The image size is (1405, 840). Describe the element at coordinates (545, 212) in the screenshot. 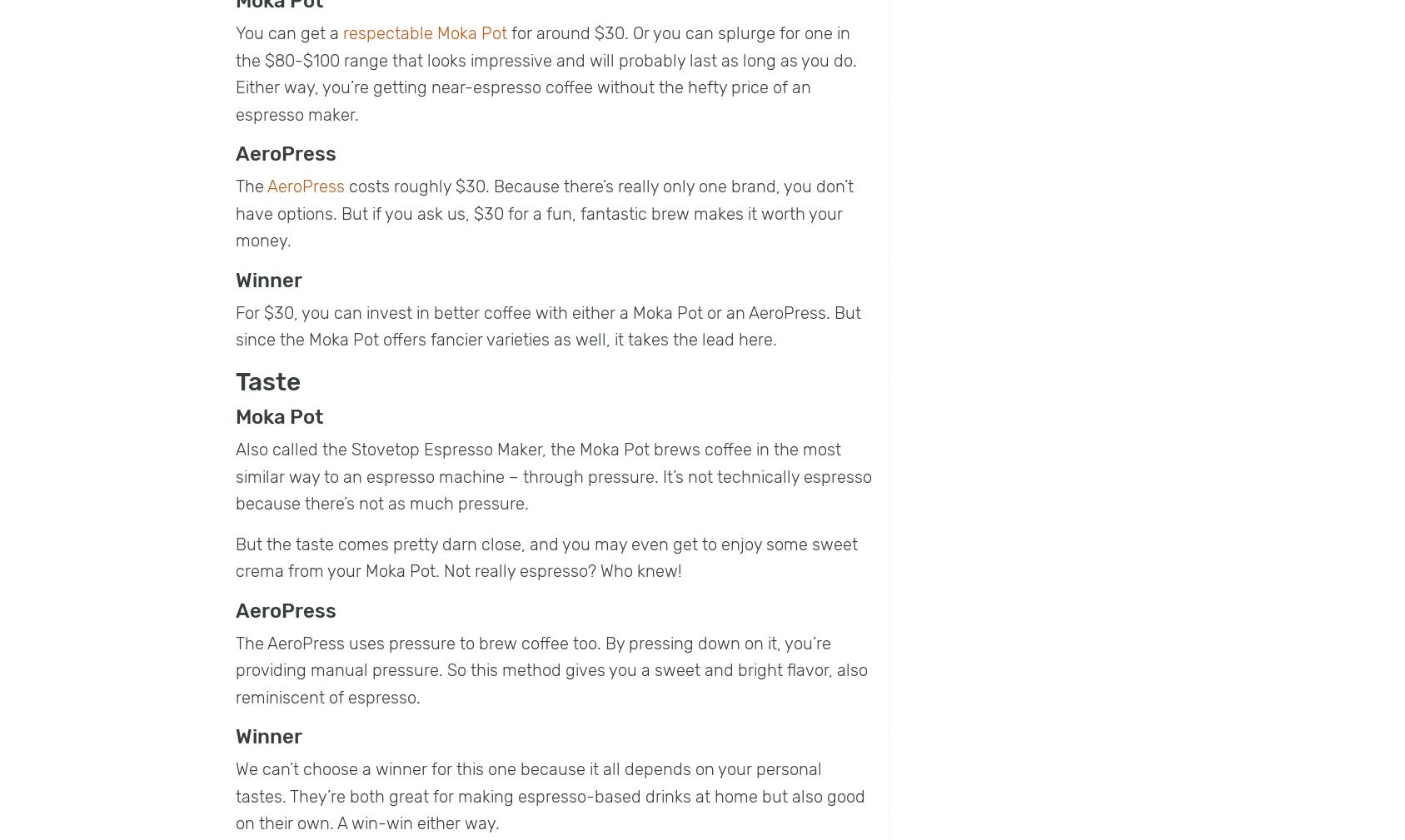

I see `'costs roughly $30. Because there’s really only one brand, you don’t have options. But if you ask us, $30 for a fun, fantastic brew makes it worth your money.'` at that location.